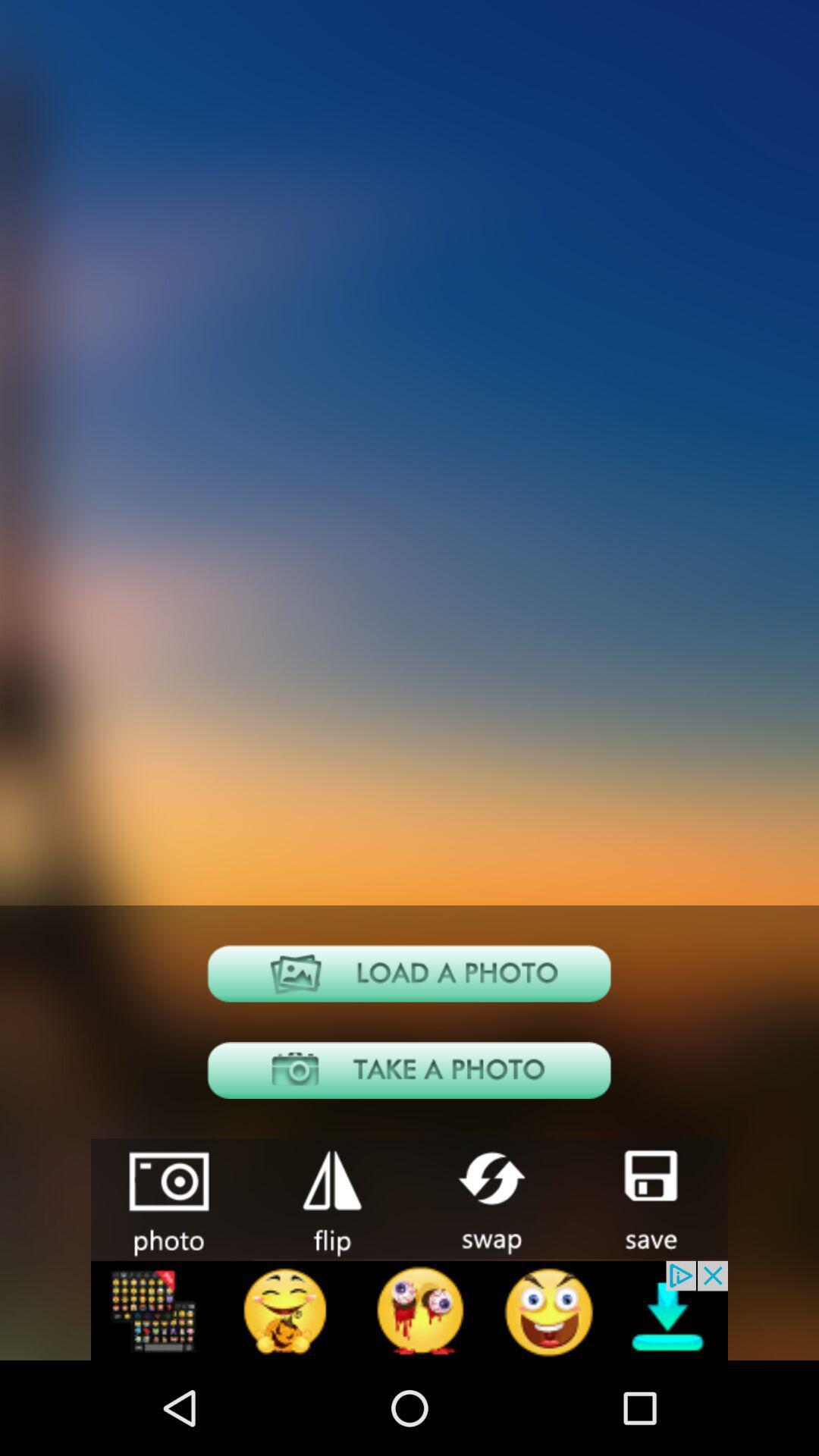 This screenshot has width=819, height=1456. What do you see at coordinates (329, 1197) in the screenshot?
I see `shoping in the app` at bounding box center [329, 1197].